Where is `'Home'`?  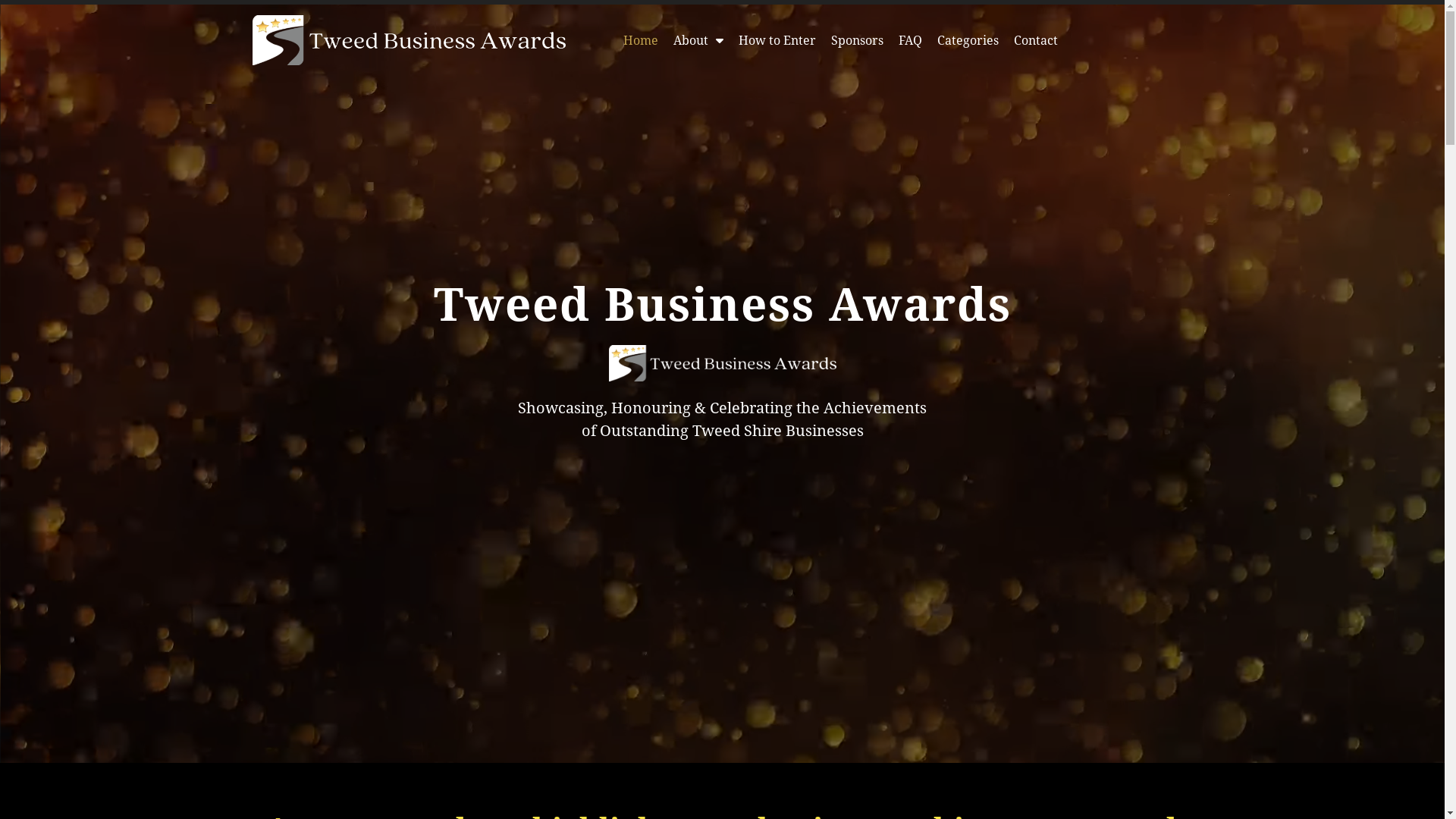 'Home' is located at coordinates (623, 39).